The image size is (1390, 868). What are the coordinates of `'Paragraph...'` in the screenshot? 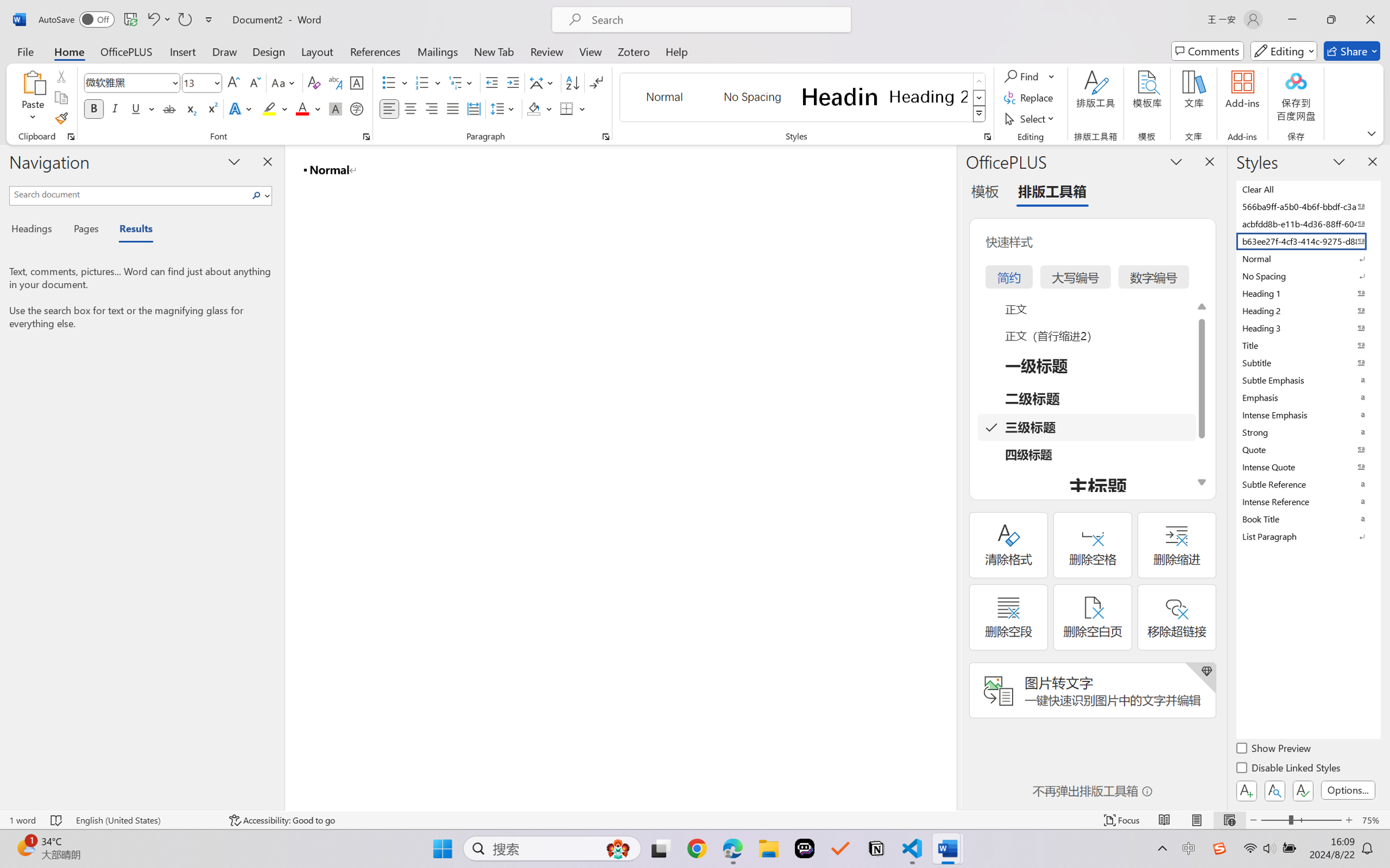 It's located at (605, 136).